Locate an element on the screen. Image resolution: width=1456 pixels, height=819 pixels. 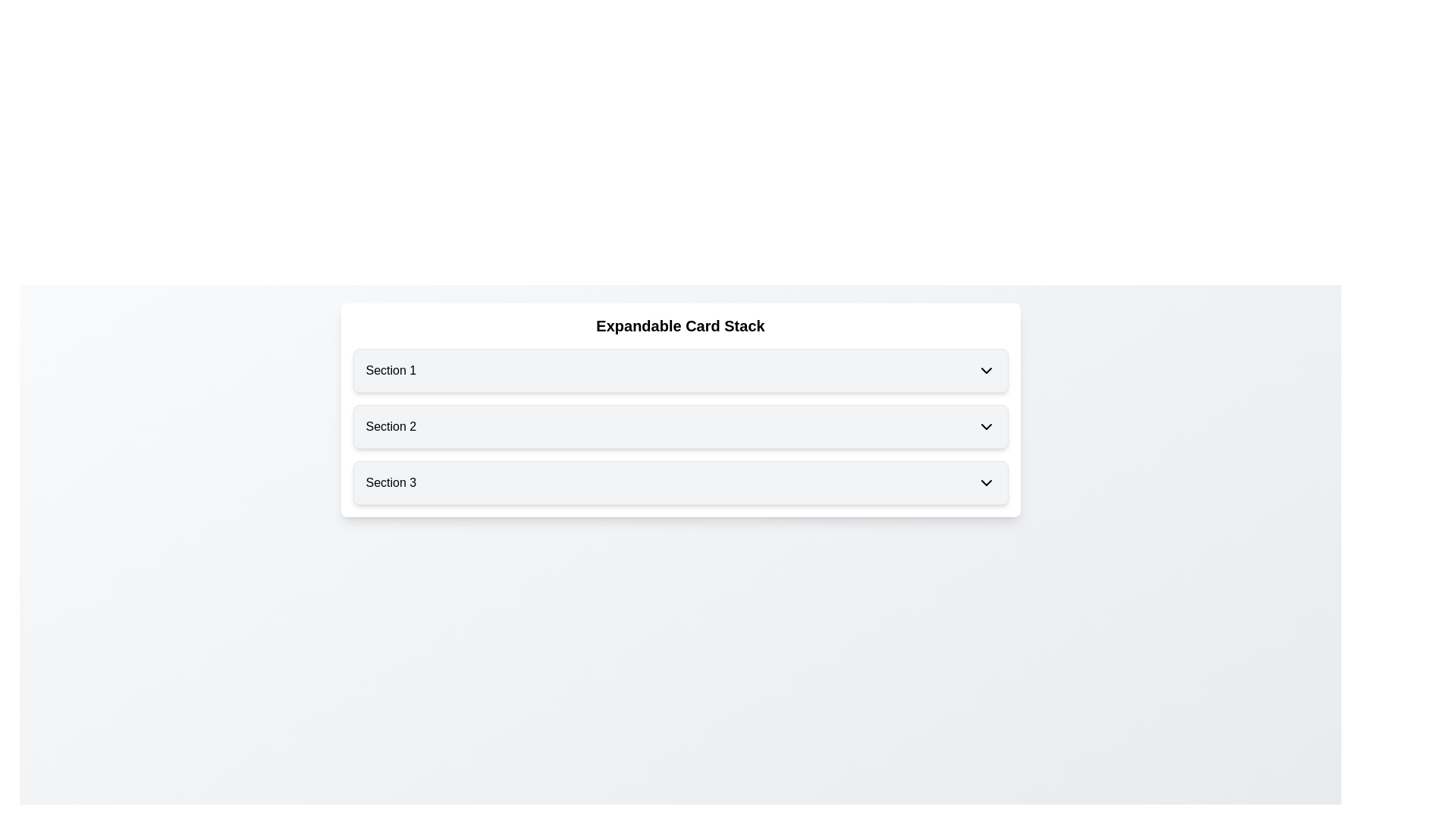
the static text label indicating the title of the third section in the card stack, which is non-interactive and located on the left side of the bottommost button in a vertically stacked list of sections is located at coordinates (391, 482).